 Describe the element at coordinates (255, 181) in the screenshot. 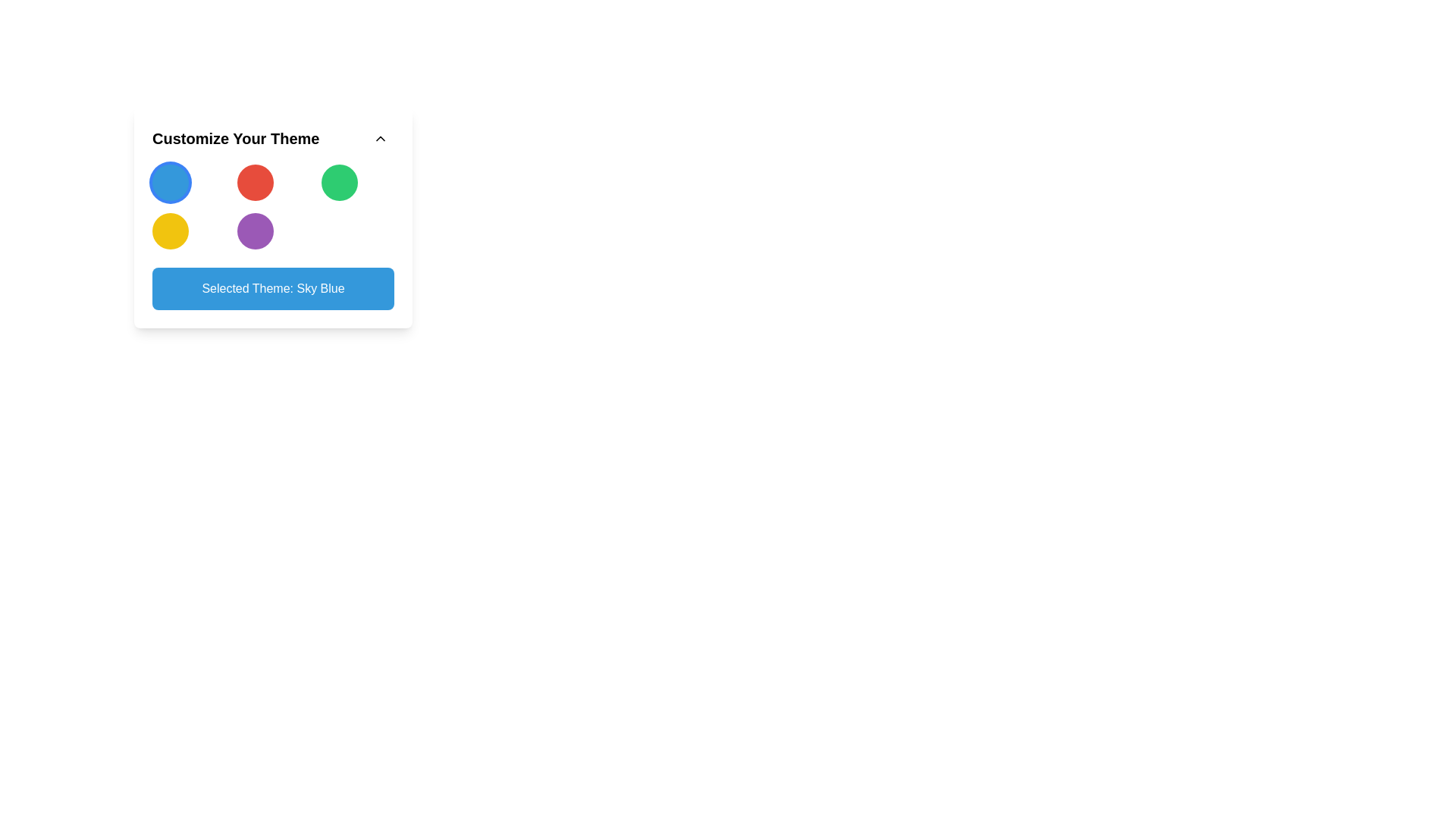

I see `the circular Sunset Red button located in the middle column of the top row in a 3x2 grid` at that location.